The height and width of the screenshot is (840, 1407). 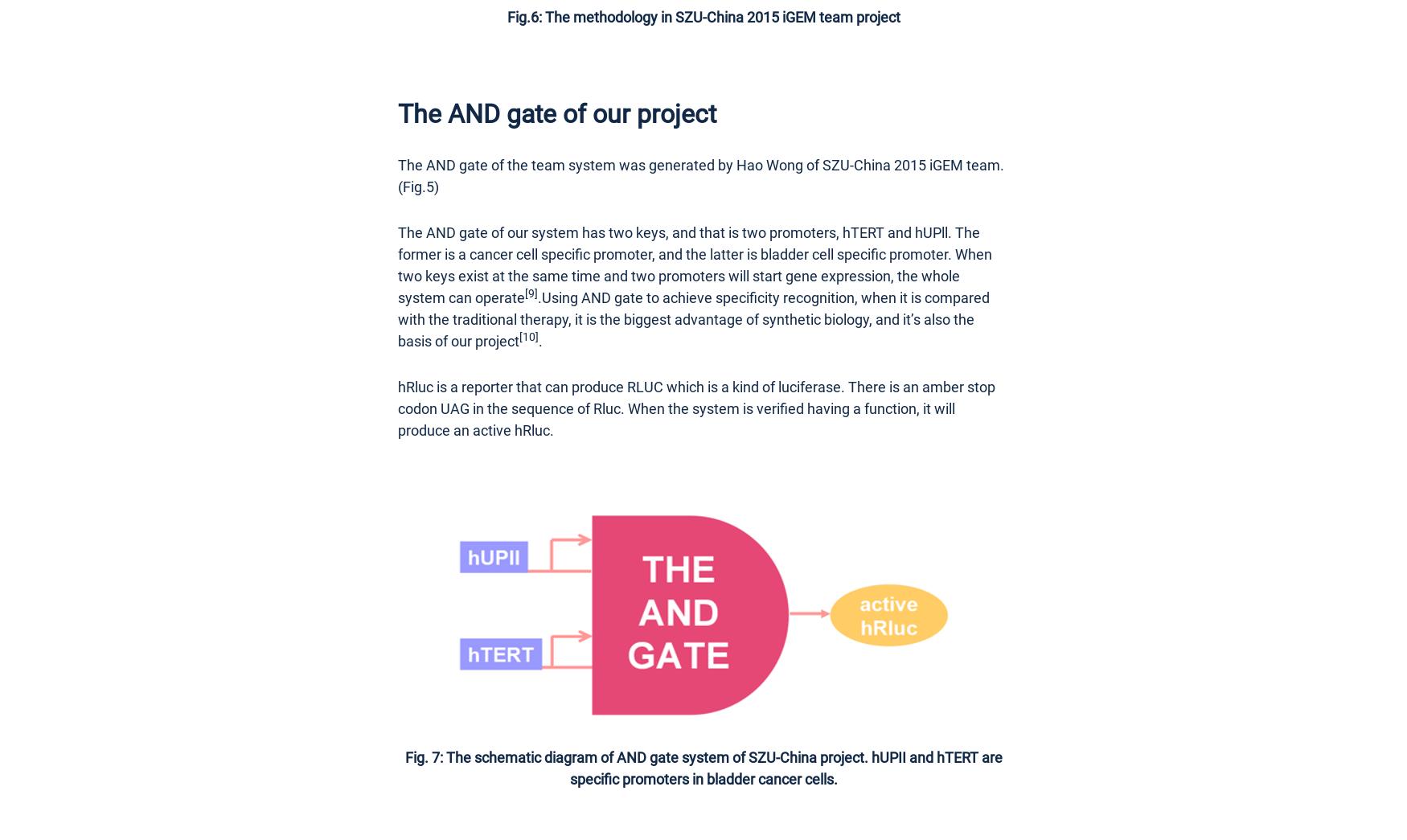 I want to click on 'Fig.6: The methodology in SZU-China 2015 iGEM team project', so click(x=703, y=15).